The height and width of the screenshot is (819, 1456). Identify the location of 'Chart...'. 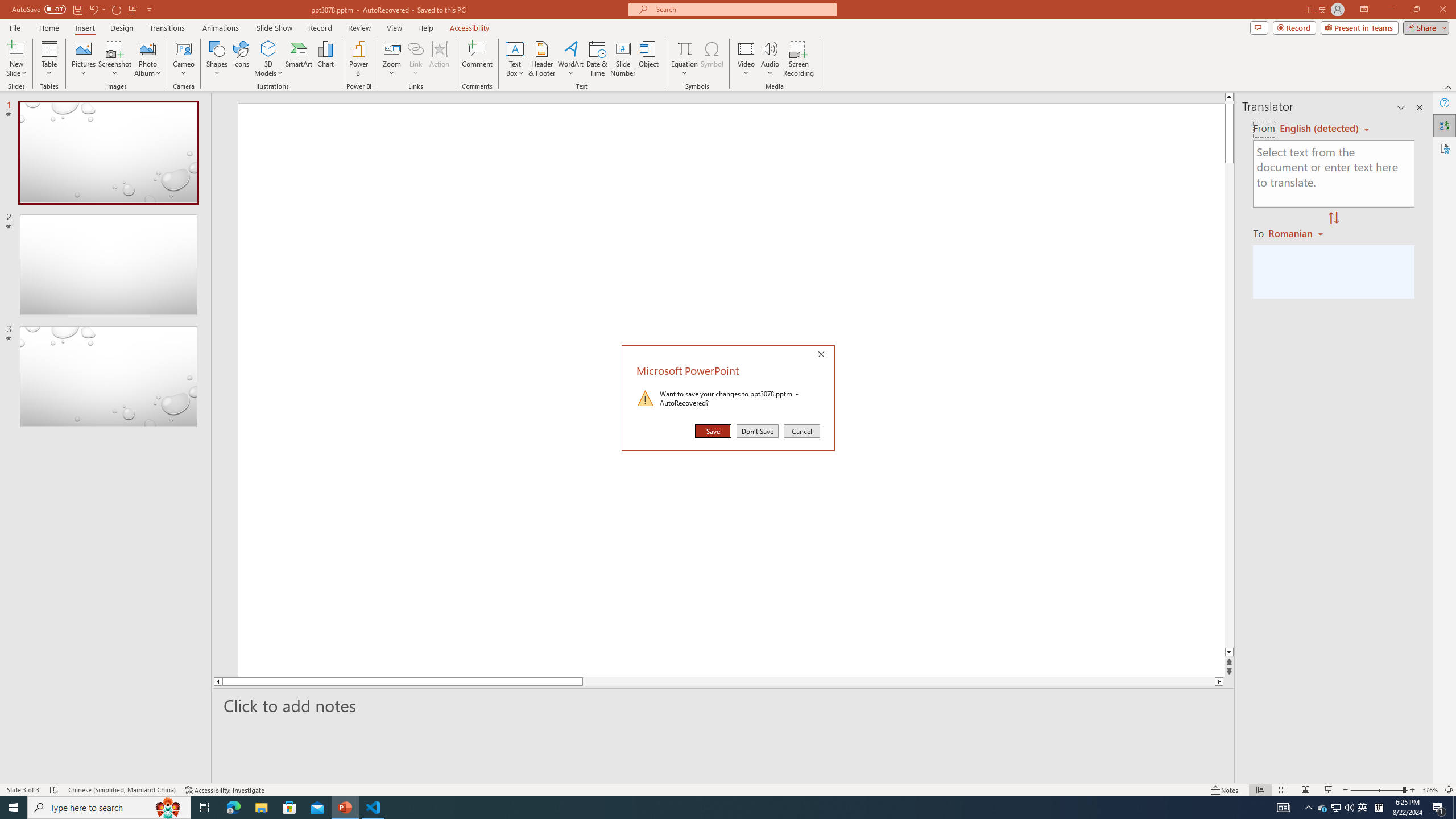
(325, 59).